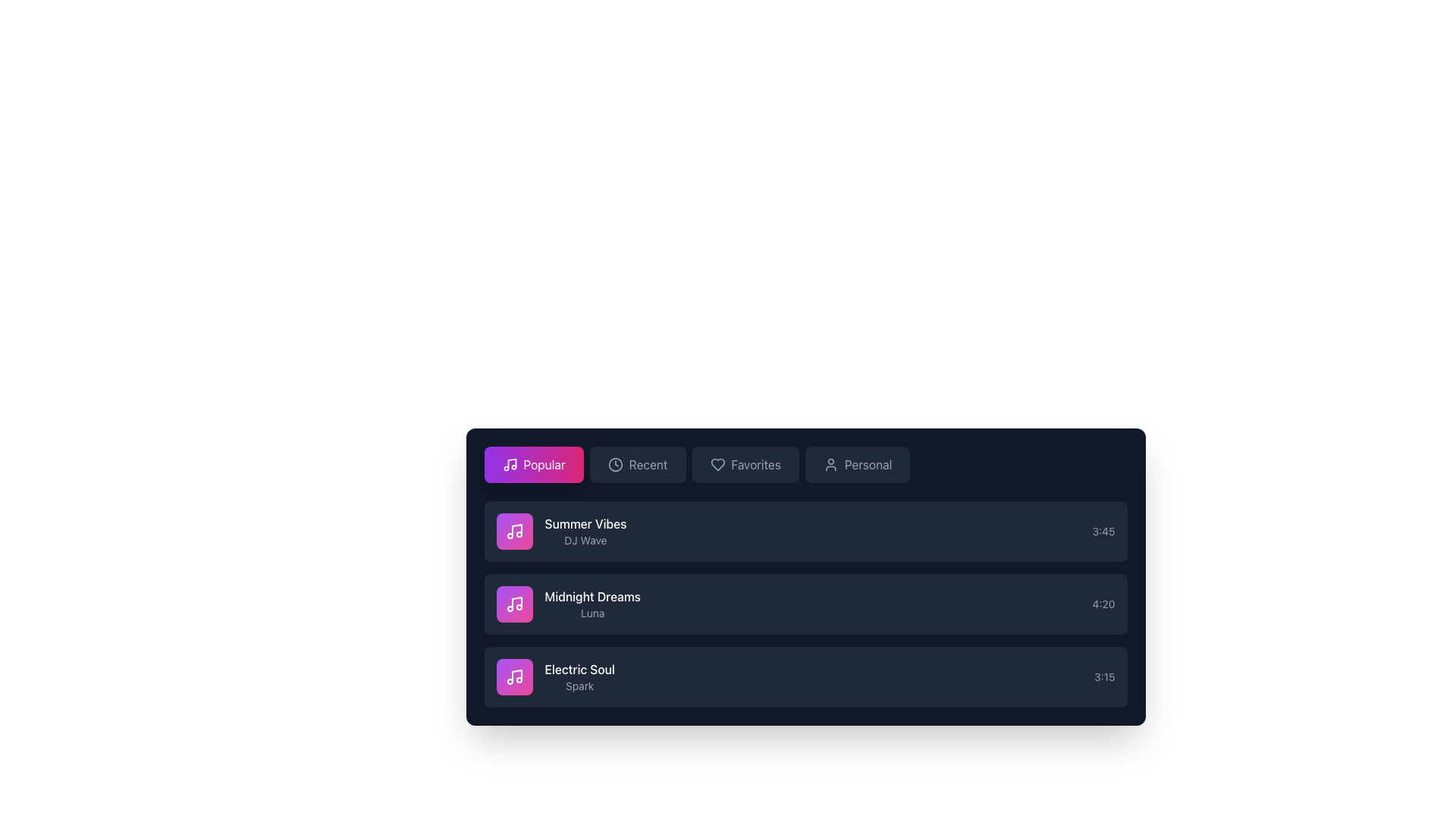  Describe the element at coordinates (805, 604) in the screenshot. I see `the second music track listing item 'Midnight Dreams' by 'Luna'` at that location.